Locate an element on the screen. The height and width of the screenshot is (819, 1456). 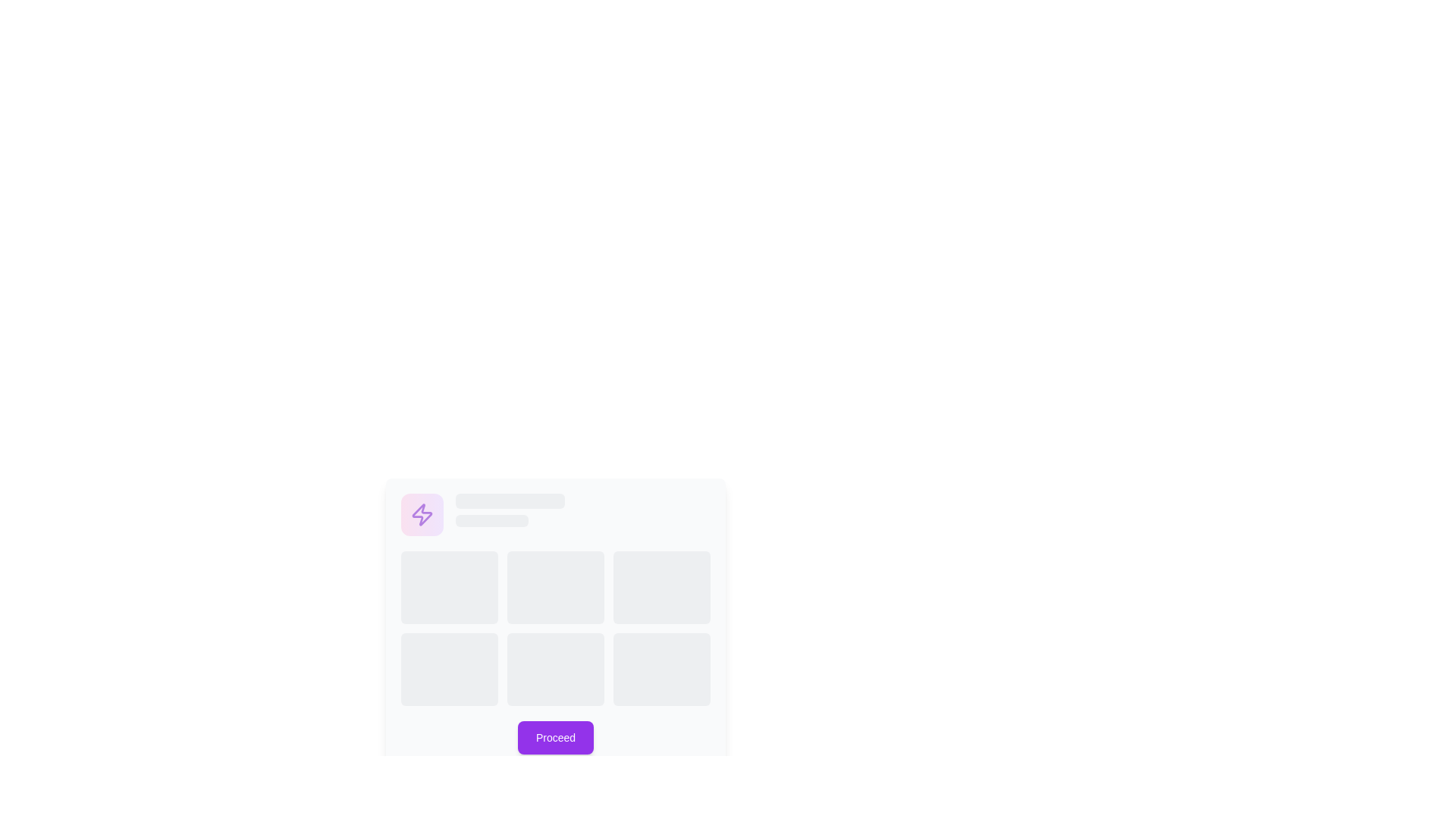
the Placeholder component with animated styling, which is the third item in the top row of a 3x2 grid layout is located at coordinates (662, 587).